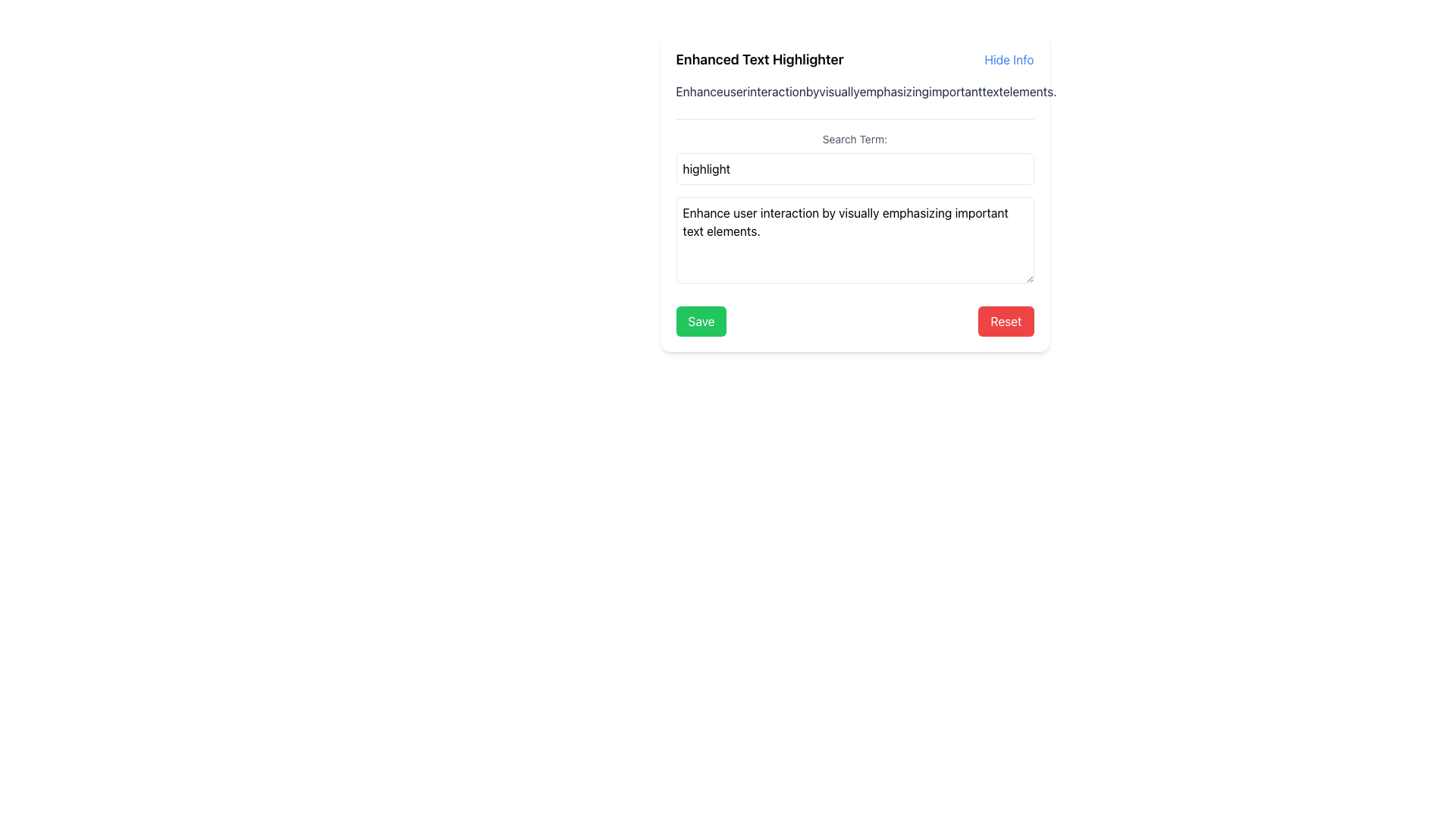  Describe the element at coordinates (855, 91) in the screenshot. I see `the dark gray text element styled as a continuous sentence, located beneath the 'Enhanced Text Highlighter' header and above the 'Search Term:' section` at that location.